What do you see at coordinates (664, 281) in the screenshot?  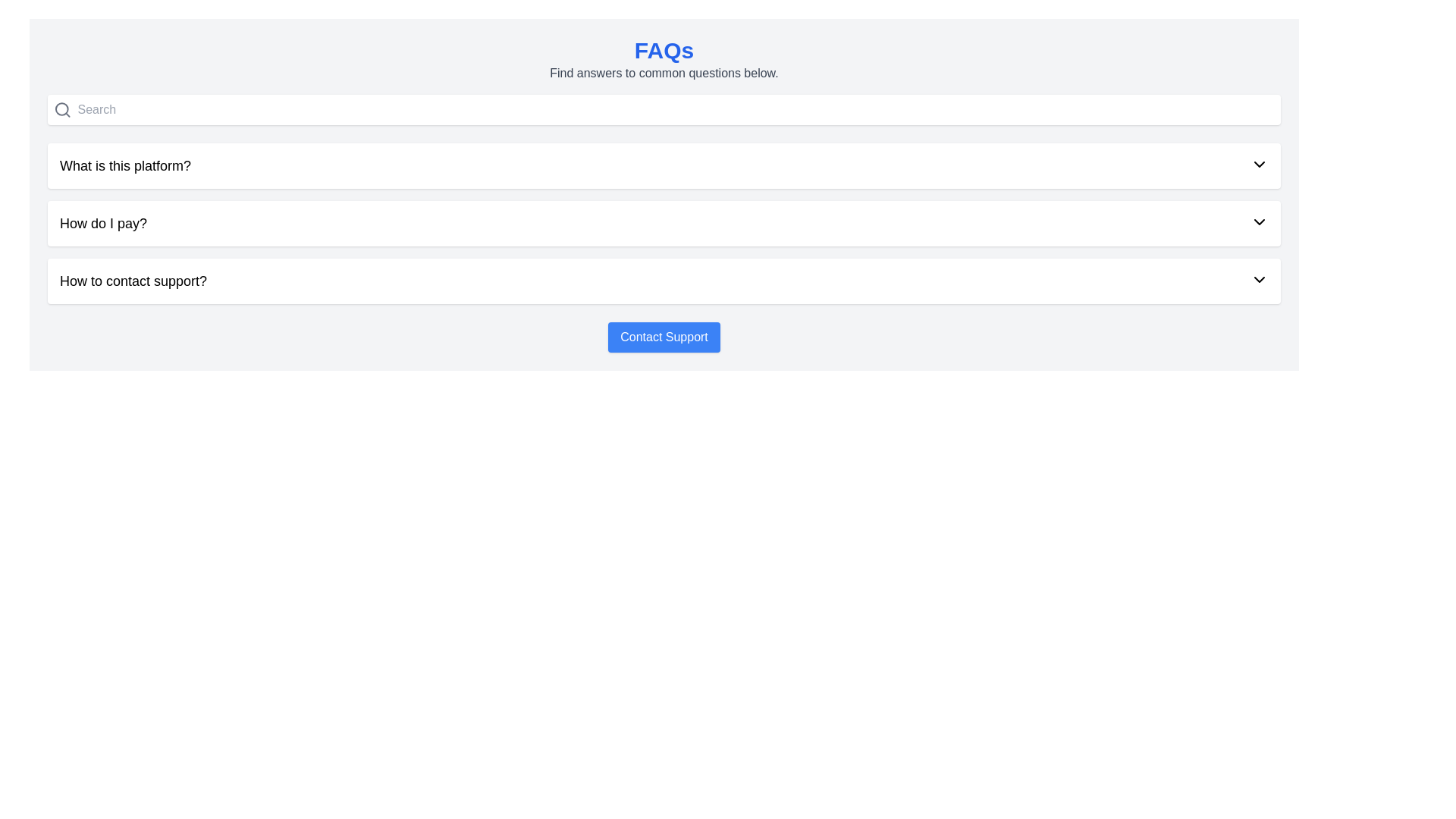 I see `the third Collapsible List Item in the FAQ section` at bounding box center [664, 281].